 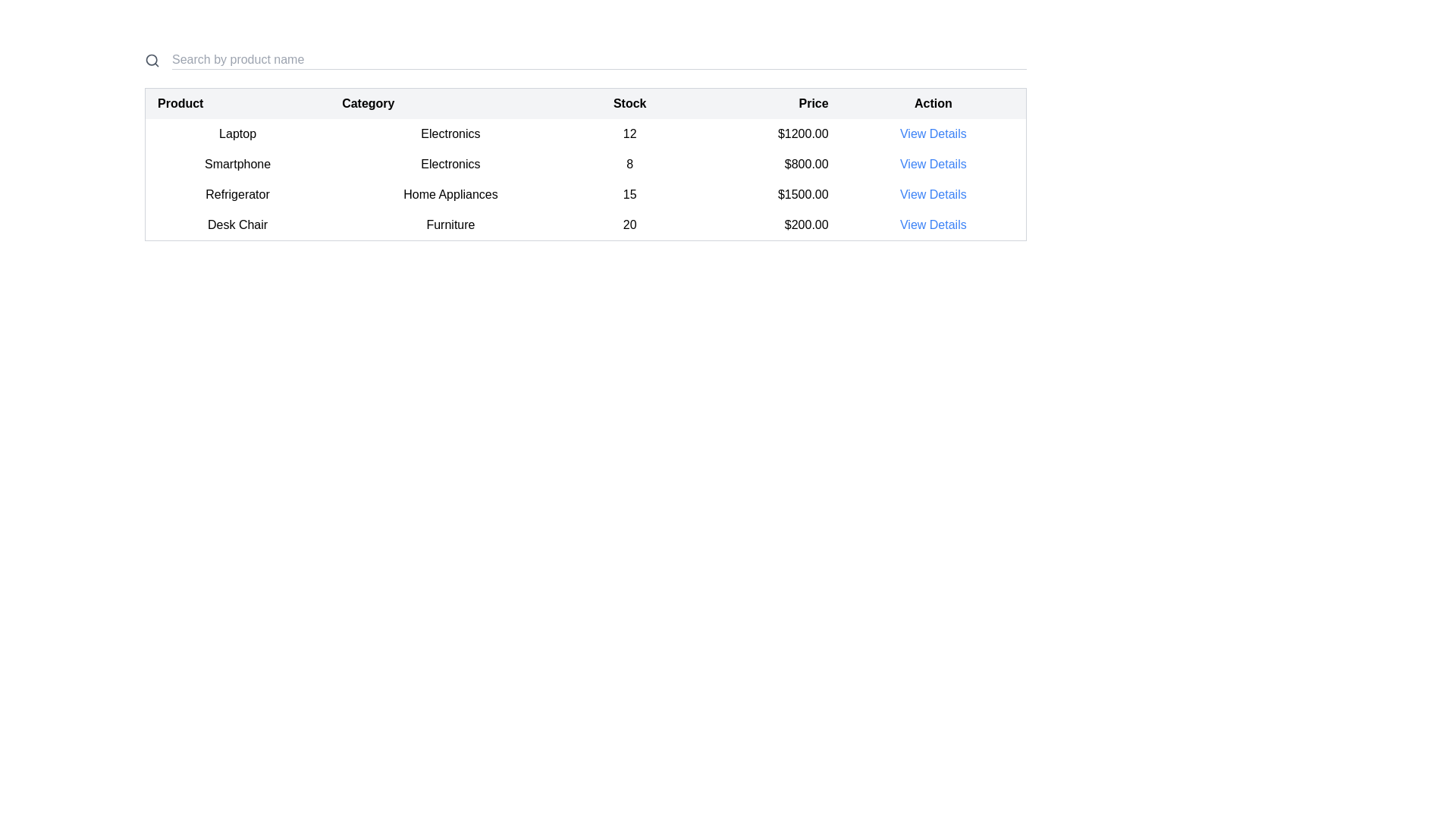 I want to click on the hyperlink in the last row of the table within the 'Action' column, so click(x=932, y=225).